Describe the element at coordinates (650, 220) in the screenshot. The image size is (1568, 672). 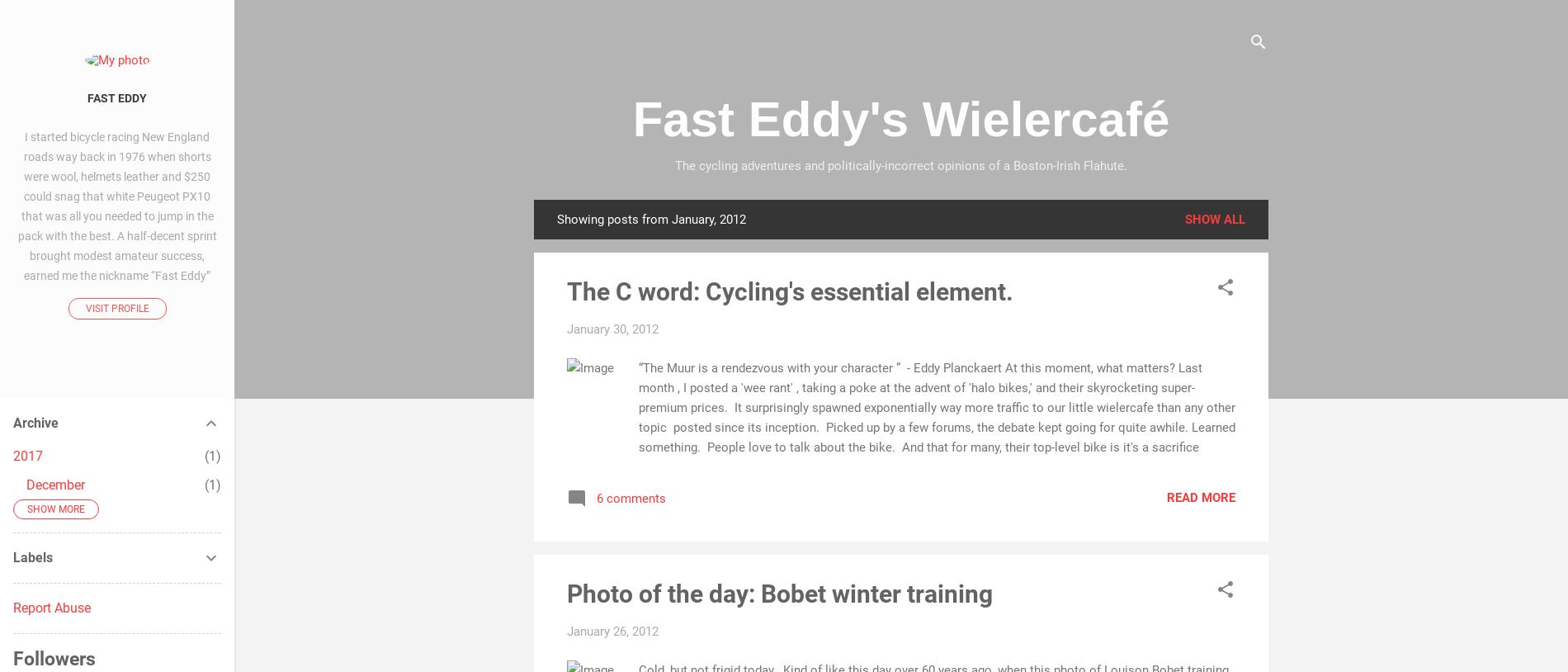
I see `'Showing posts from January, 2012'` at that location.